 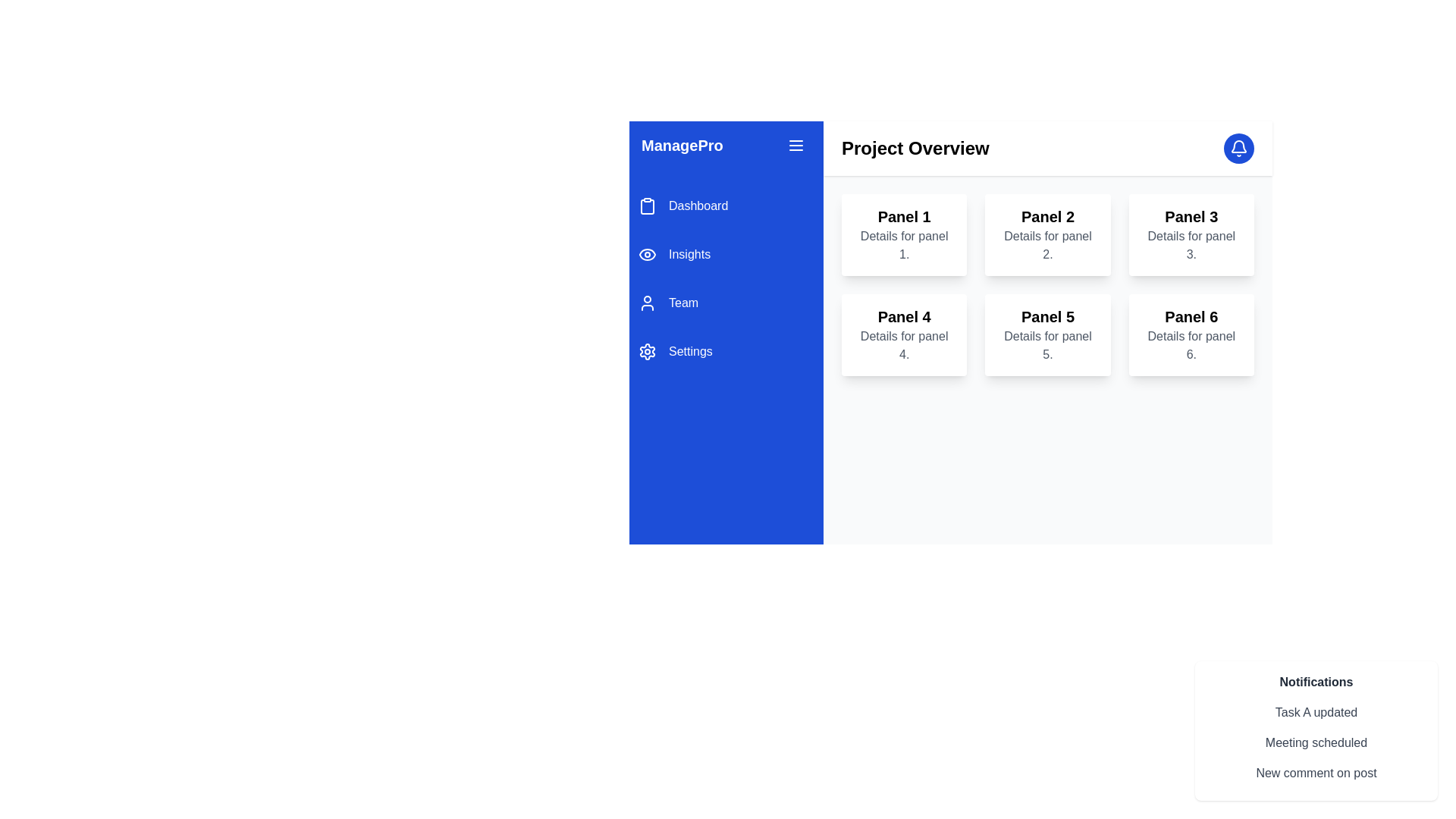 I want to click on the graphical element inside the clipboard icon that represents the 'Dashboard' functionality in the sidebar navigation, so click(x=648, y=207).